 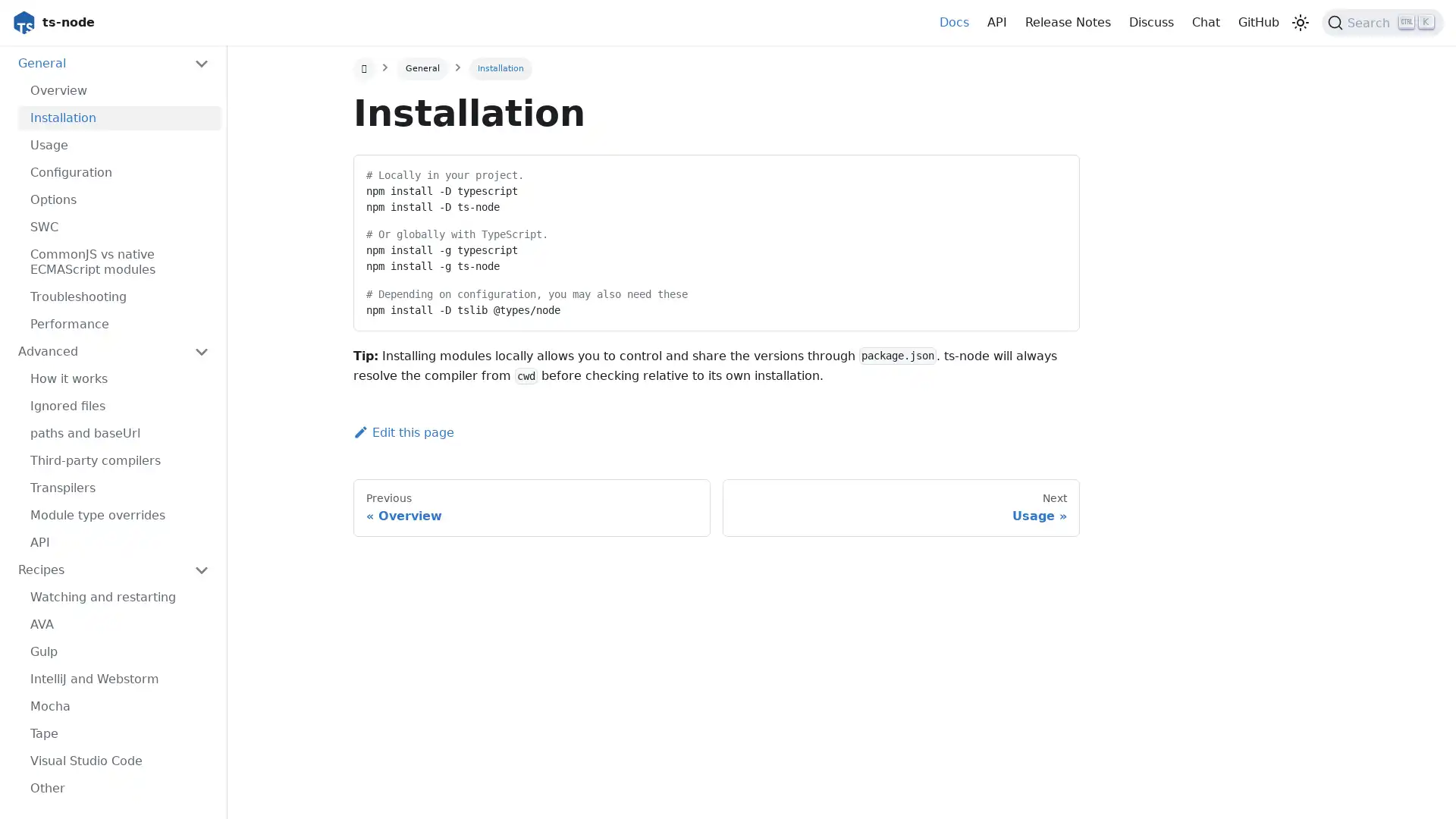 What do you see at coordinates (1053, 171) in the screenshot?
I see `Copy code to clipboard` at bounding box center [1053, 171].